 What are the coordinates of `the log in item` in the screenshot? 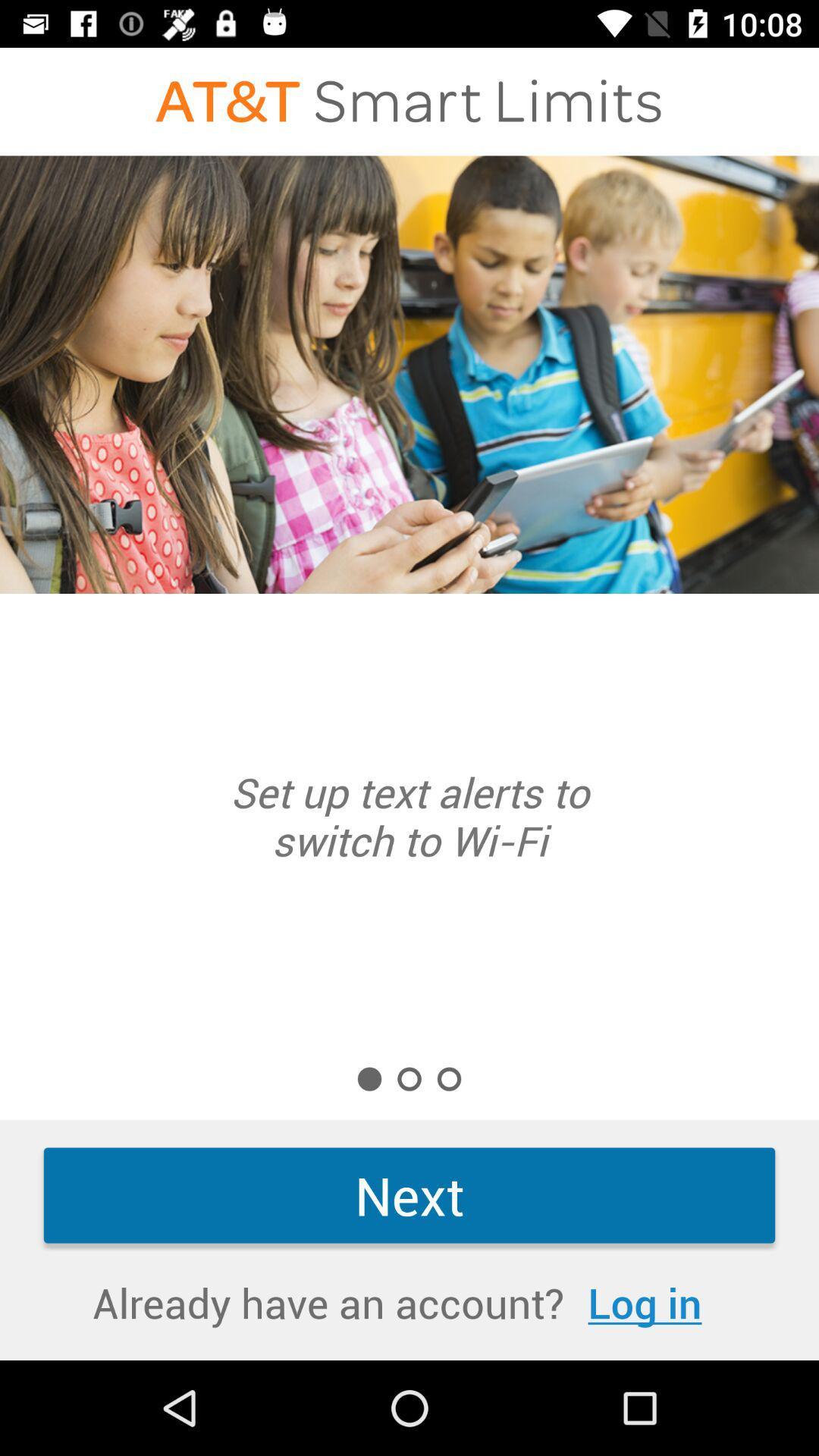 It's located at (645, 1301).